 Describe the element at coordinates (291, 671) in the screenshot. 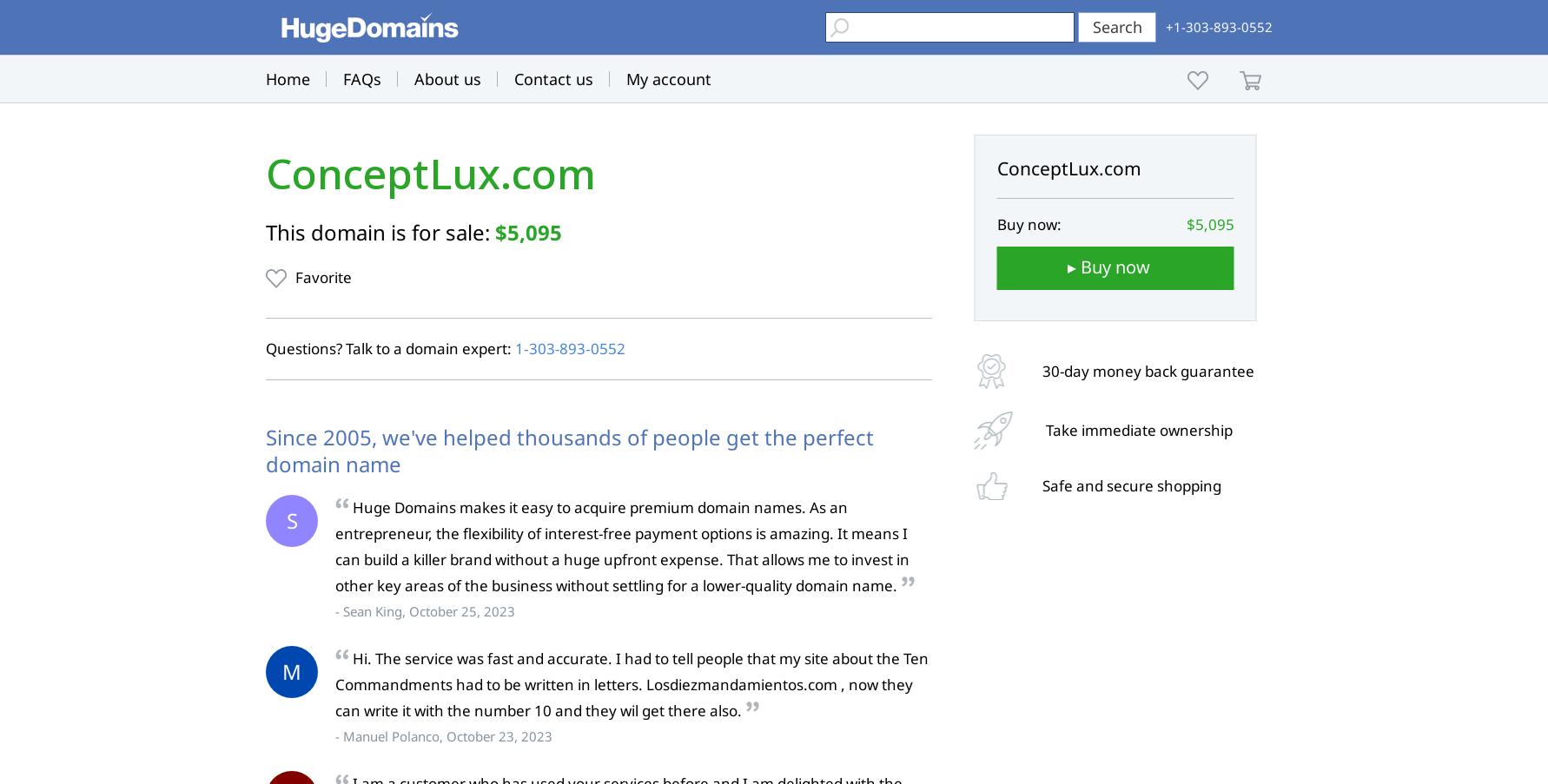

I see `'M'` at that location.